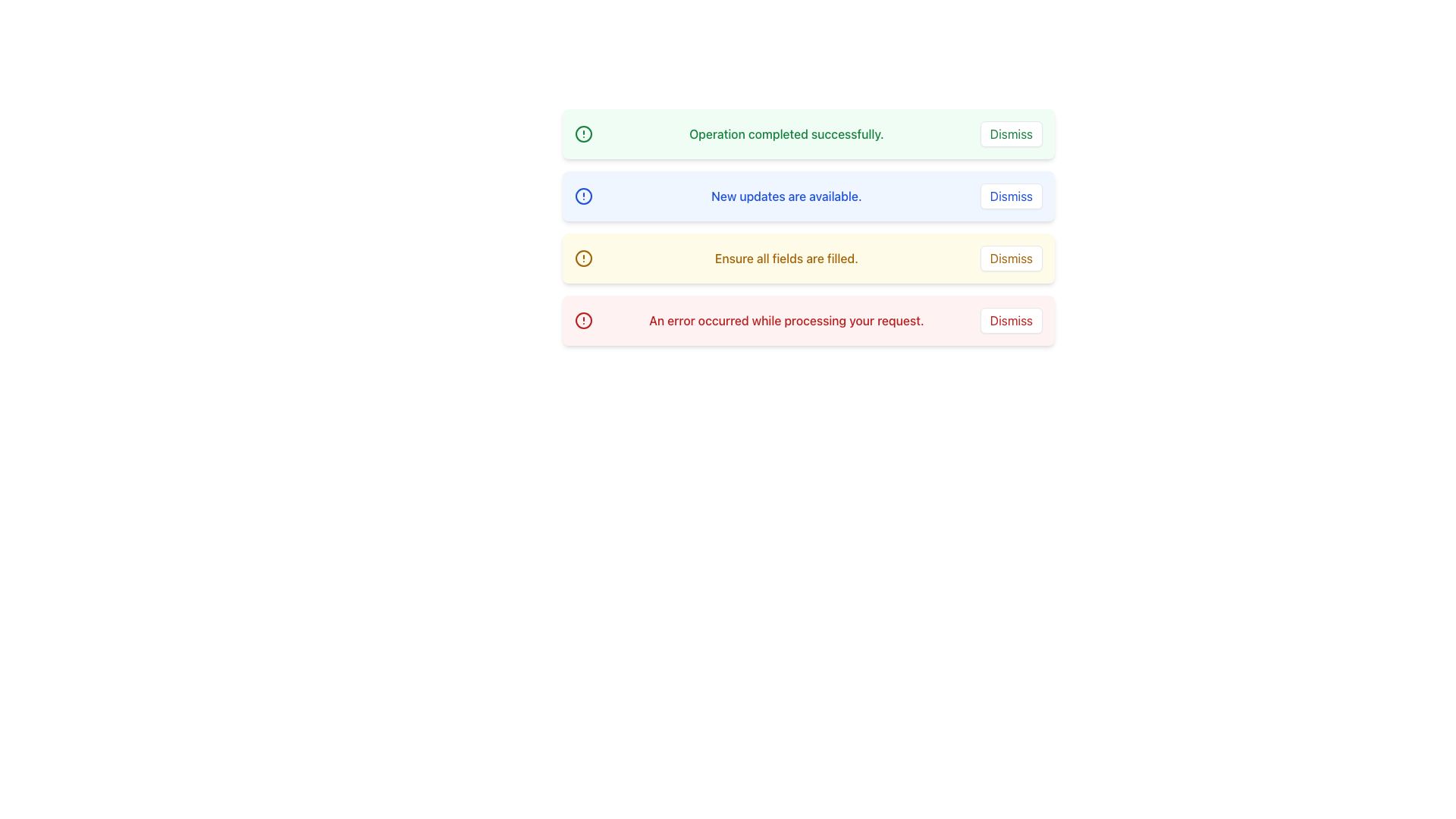 The image size is (1456, 819). What do you see at coordinates (786, 257) in the screenshot?
I see `the text label displaying 'Ensure all fields are filled.' which is part of the third notification bar with a yellow background` at bounding box center [786, 257].